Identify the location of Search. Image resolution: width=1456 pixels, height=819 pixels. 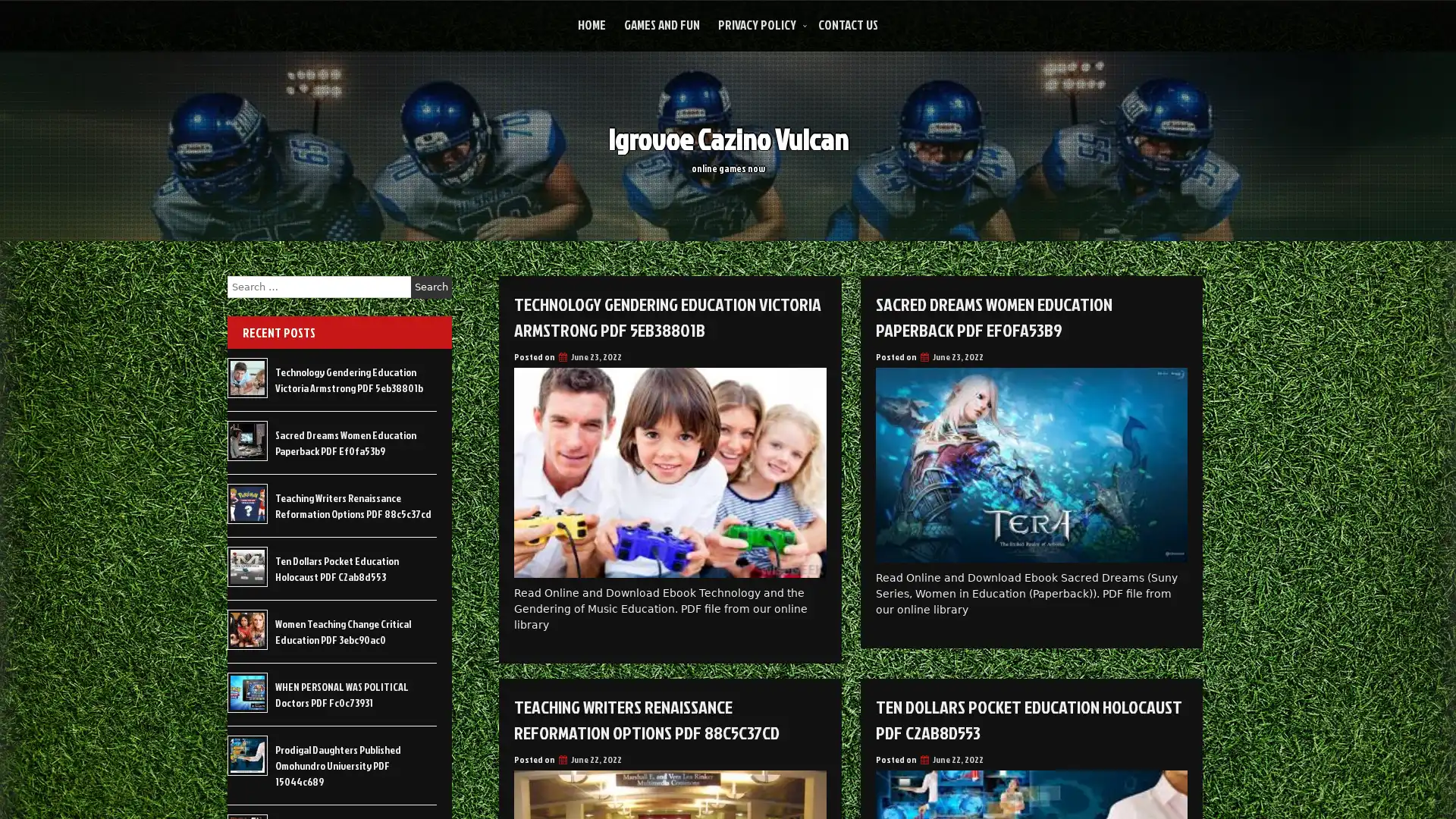
(431, 287).